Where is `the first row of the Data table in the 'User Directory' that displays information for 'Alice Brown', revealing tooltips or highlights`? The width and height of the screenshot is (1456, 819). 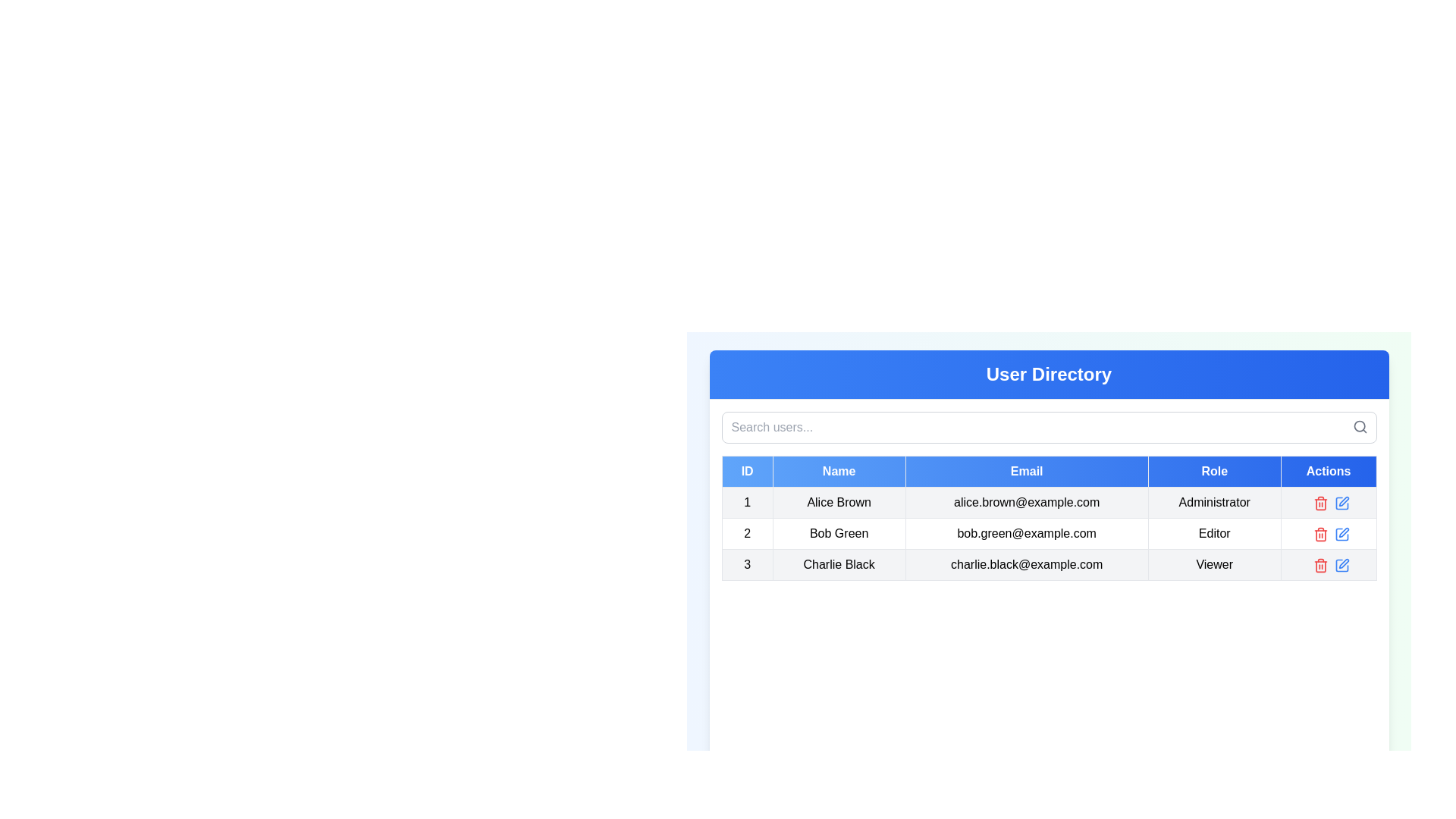 the first row of the Data table in the 'User Directory' that displays information for 'Alice Brown', revealing tooltips or highlights is located at coordinates (1048, 496).